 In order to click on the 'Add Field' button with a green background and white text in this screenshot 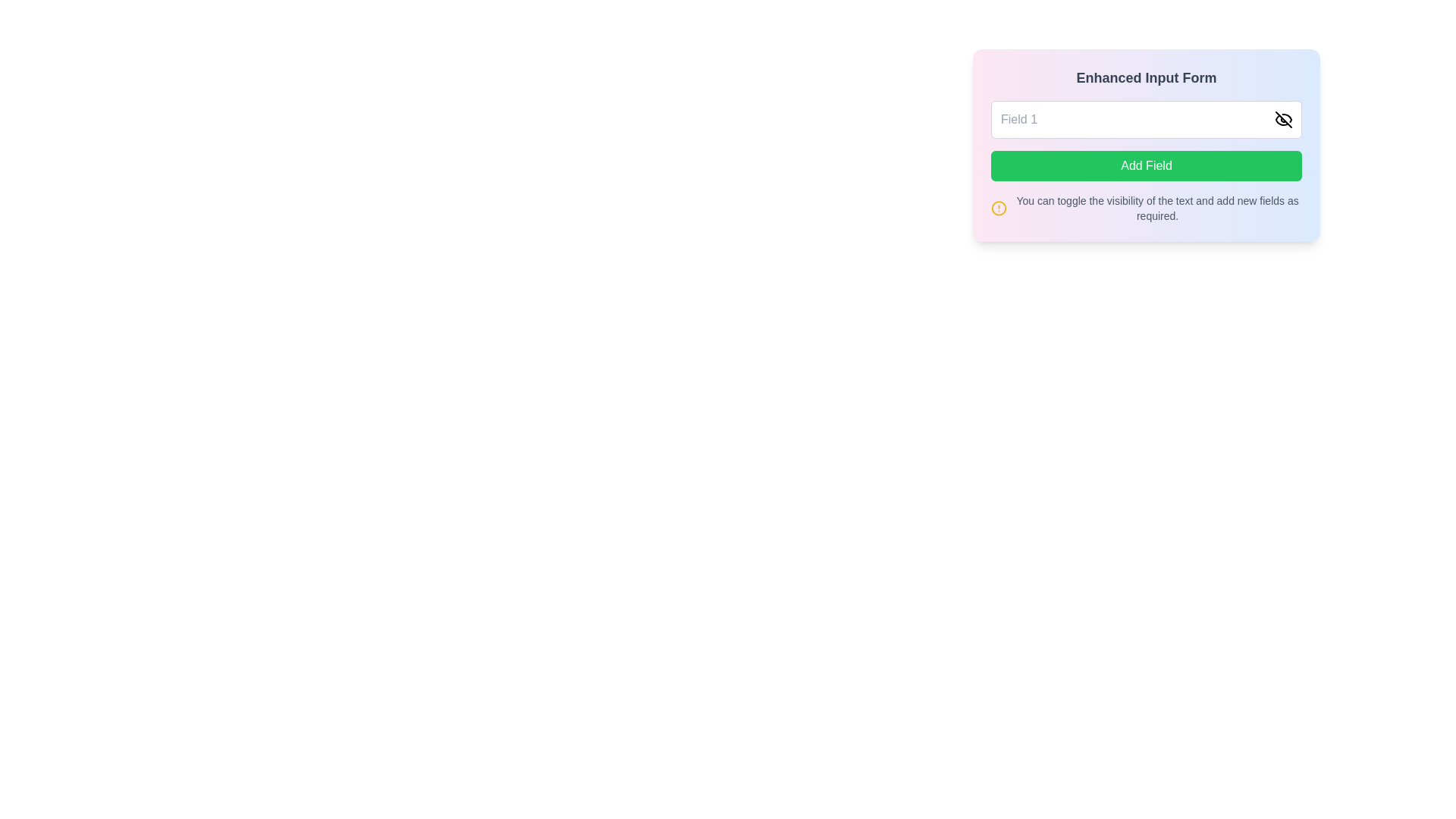, I will do `click(1147, 166)`.